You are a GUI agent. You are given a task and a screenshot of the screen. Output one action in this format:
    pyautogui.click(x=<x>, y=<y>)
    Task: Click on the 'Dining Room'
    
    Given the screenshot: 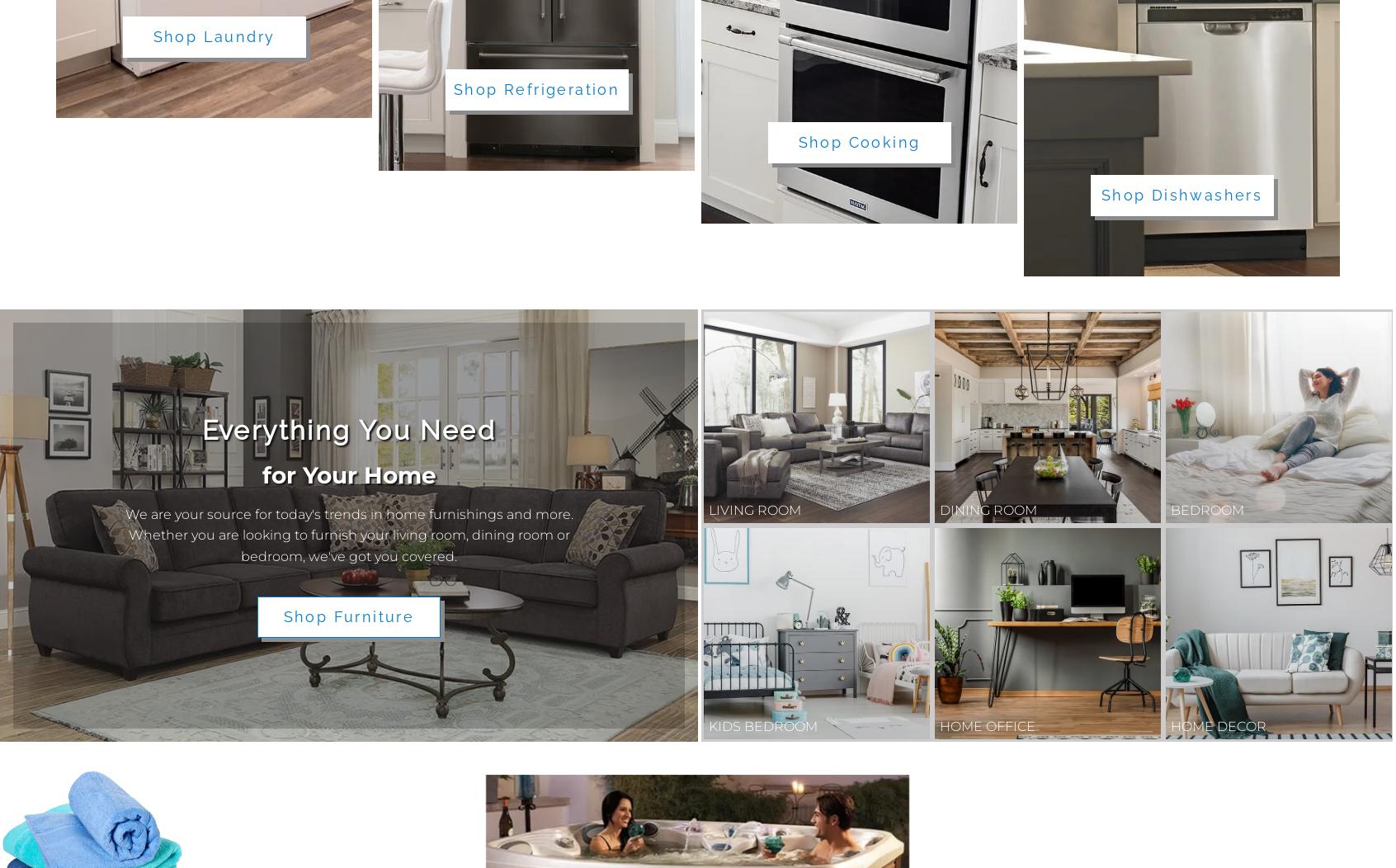 What is the action you would take?
    pyautogui.click(x=987, y=509)
    